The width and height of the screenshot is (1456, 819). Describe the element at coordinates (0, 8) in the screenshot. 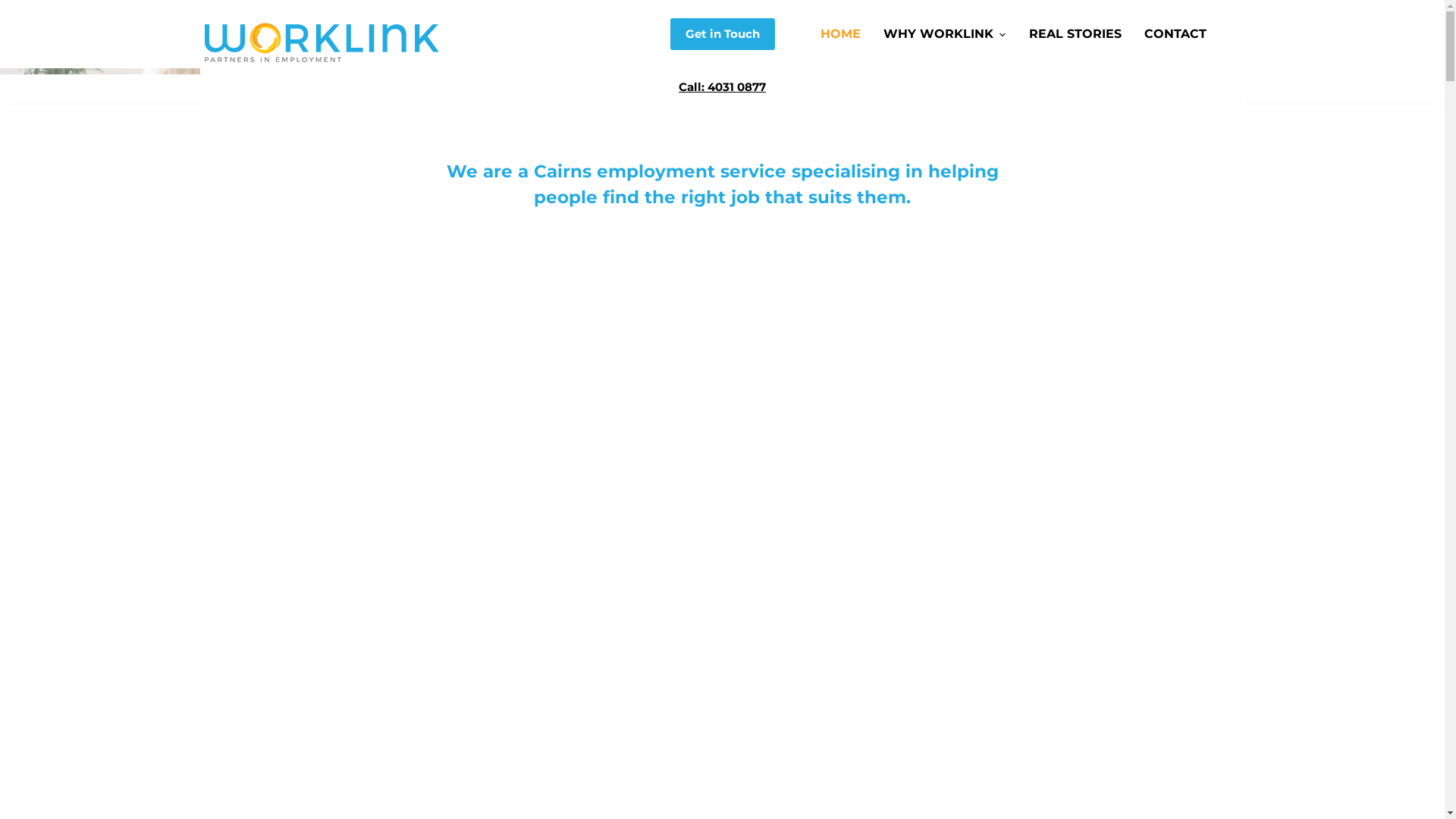

I see `'Skip to content'` at that location.